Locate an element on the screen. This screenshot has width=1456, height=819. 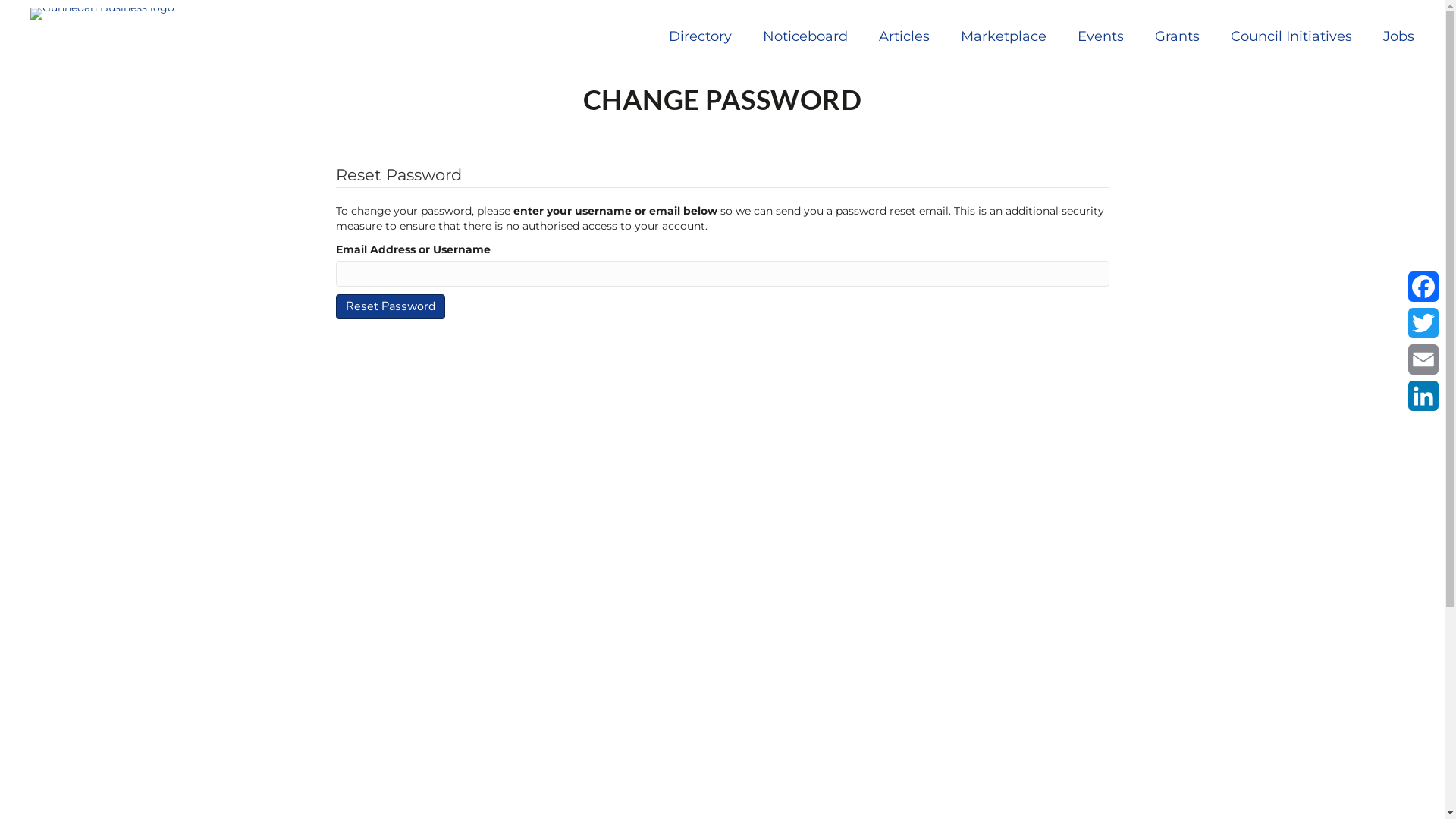
'Noticeboard' is located at coordinates (804, 35).